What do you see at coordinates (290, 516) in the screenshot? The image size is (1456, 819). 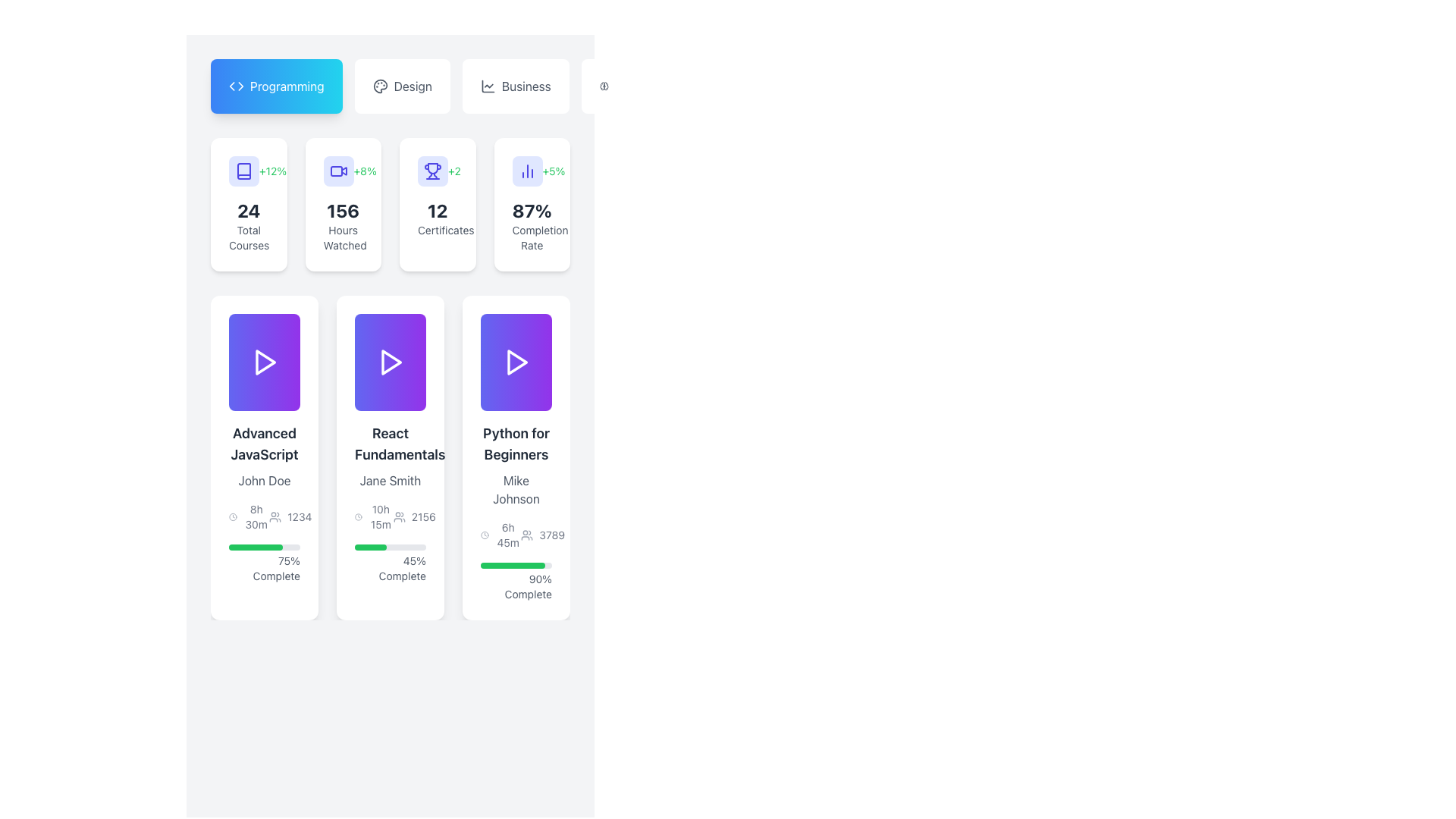 I see `the text label indicating the number of users interested in the 'Advanced JavaScript' course, located in the bottom-left section of the card` at bounding box center [290, 516].